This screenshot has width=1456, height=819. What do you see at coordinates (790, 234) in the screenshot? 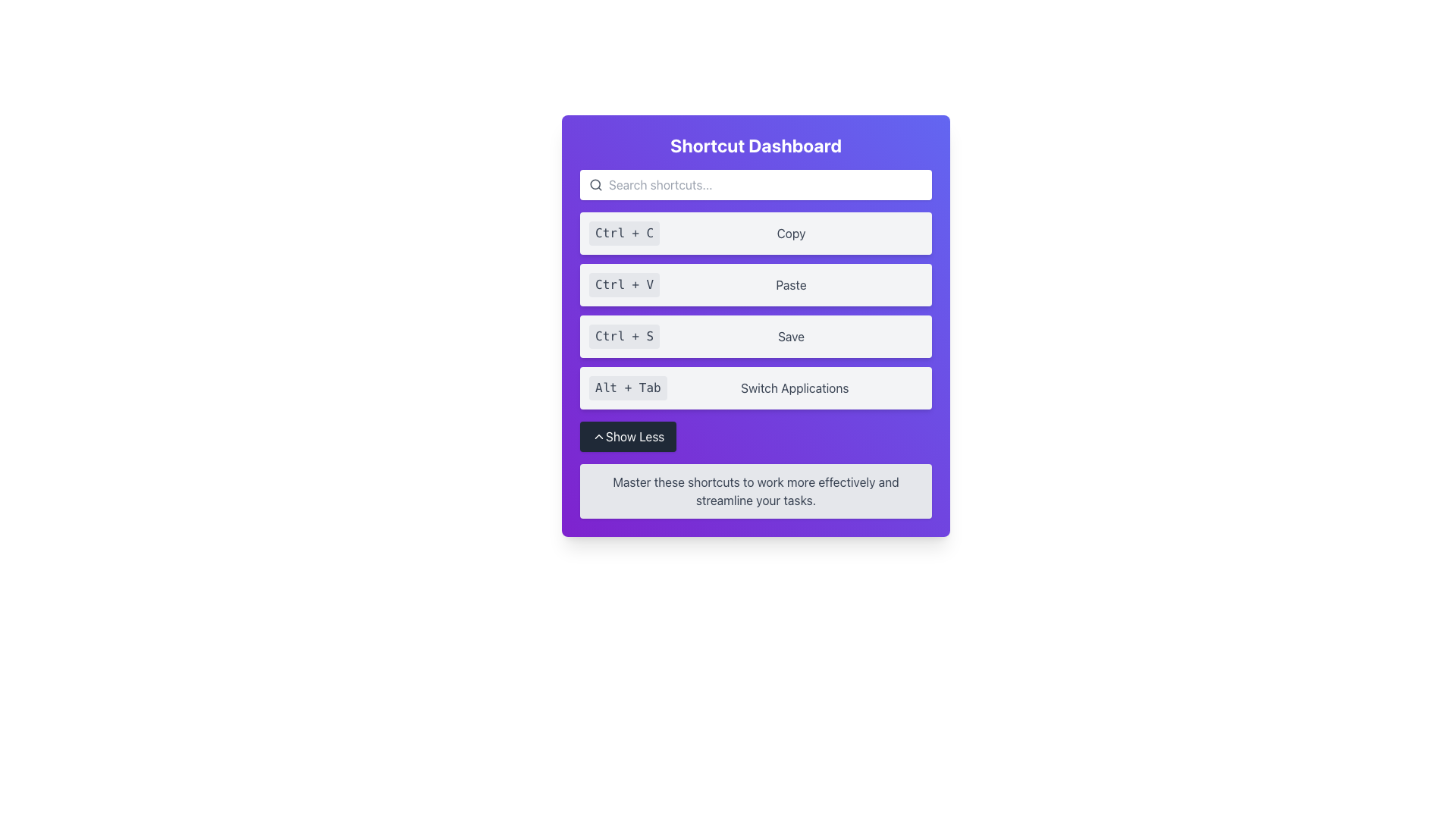
I see `the 'Copy' text label, which is styled in gray font against a light-gray background` at bounding box center [790, 234].